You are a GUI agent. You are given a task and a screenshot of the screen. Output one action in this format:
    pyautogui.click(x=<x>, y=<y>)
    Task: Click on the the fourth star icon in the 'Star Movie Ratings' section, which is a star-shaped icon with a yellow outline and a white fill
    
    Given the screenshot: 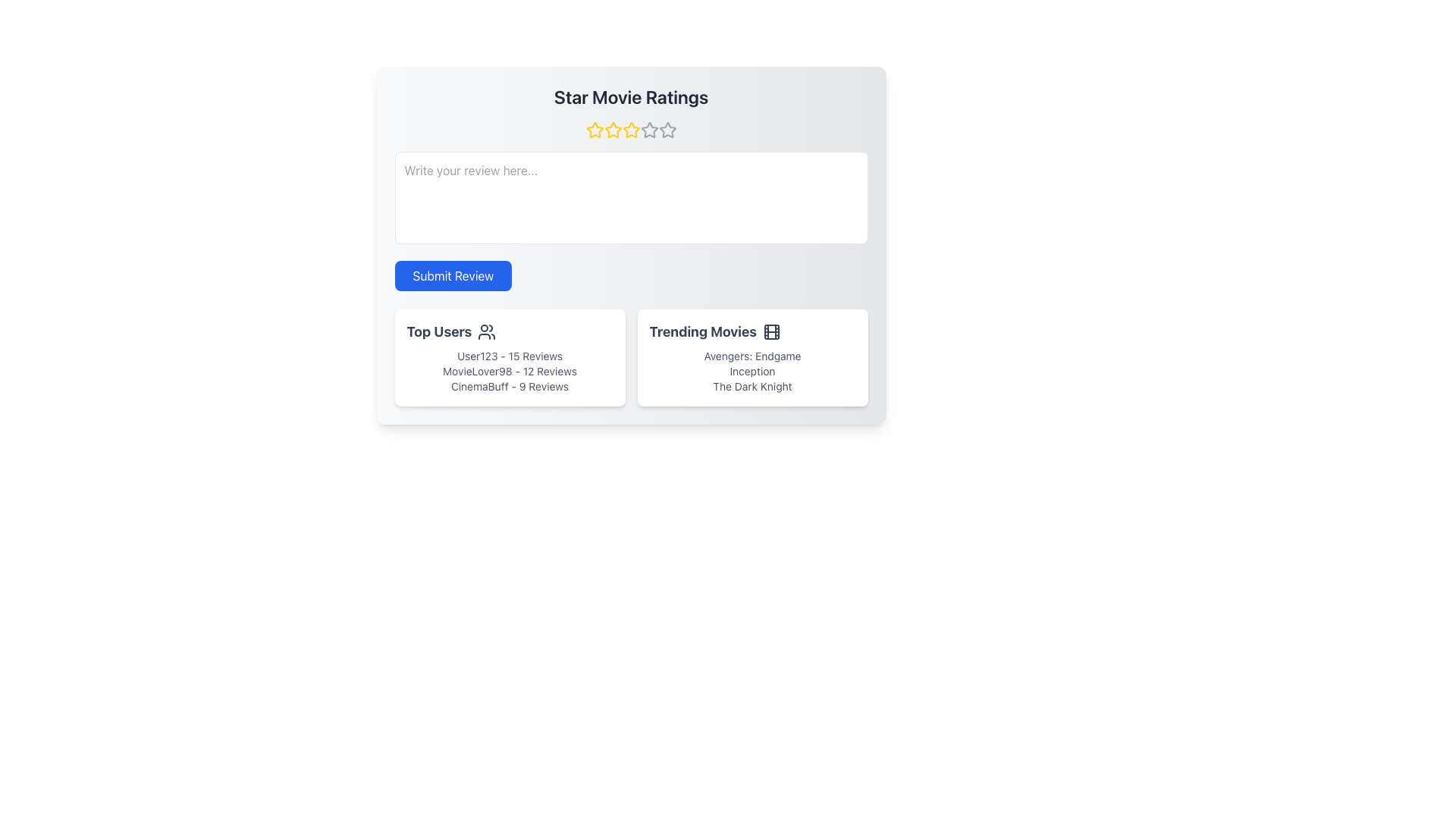 What is the action you would take?
    pyautogui.click(x=631, y=130)
    